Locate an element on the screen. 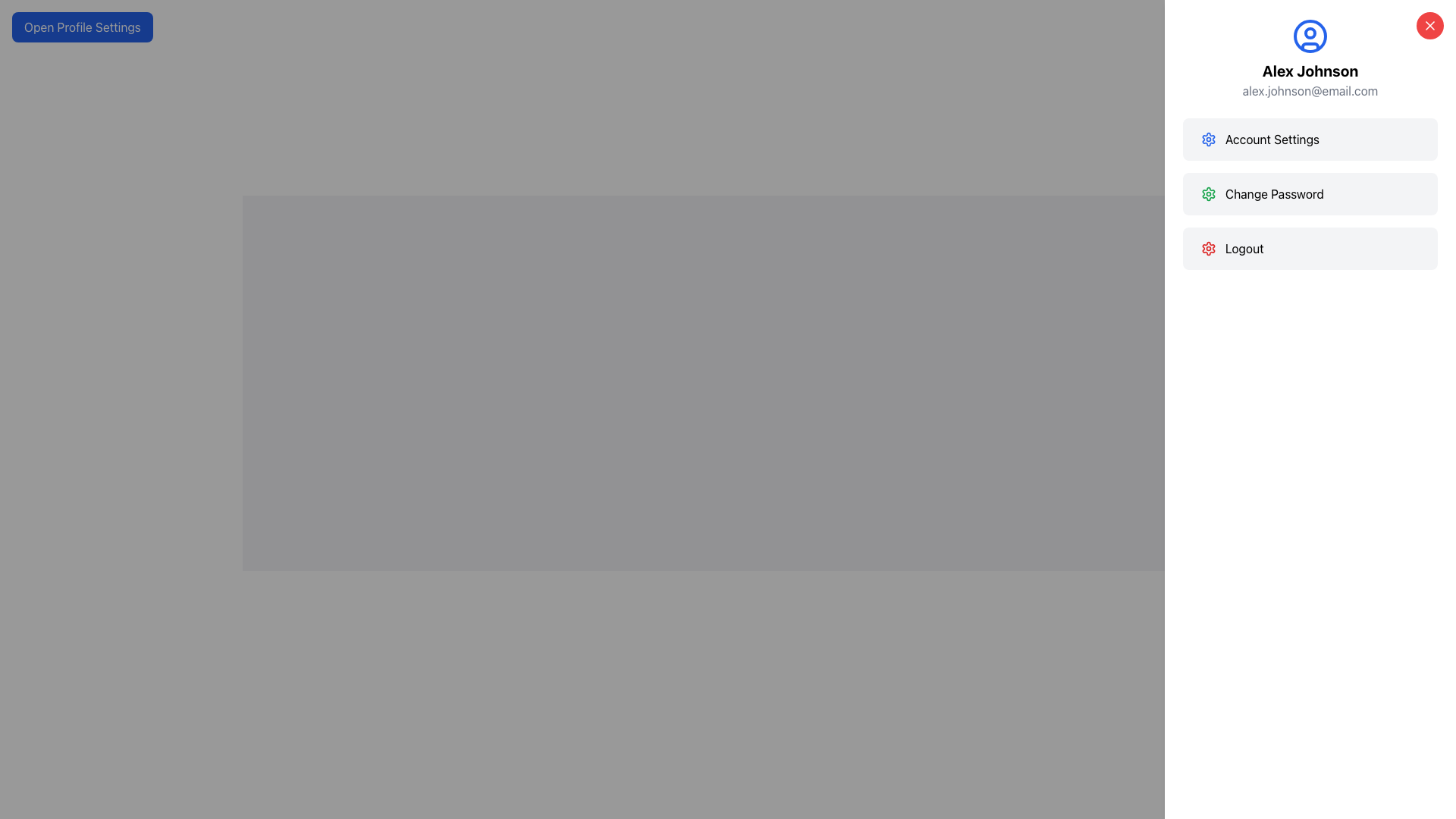 The image size is (1456, 819). the static text display showing the email address 'alex.johnson@email.com', which is light gray and positioned below the name 'Alex Johnson' in the profile card is located at coordinates (1310, 90).